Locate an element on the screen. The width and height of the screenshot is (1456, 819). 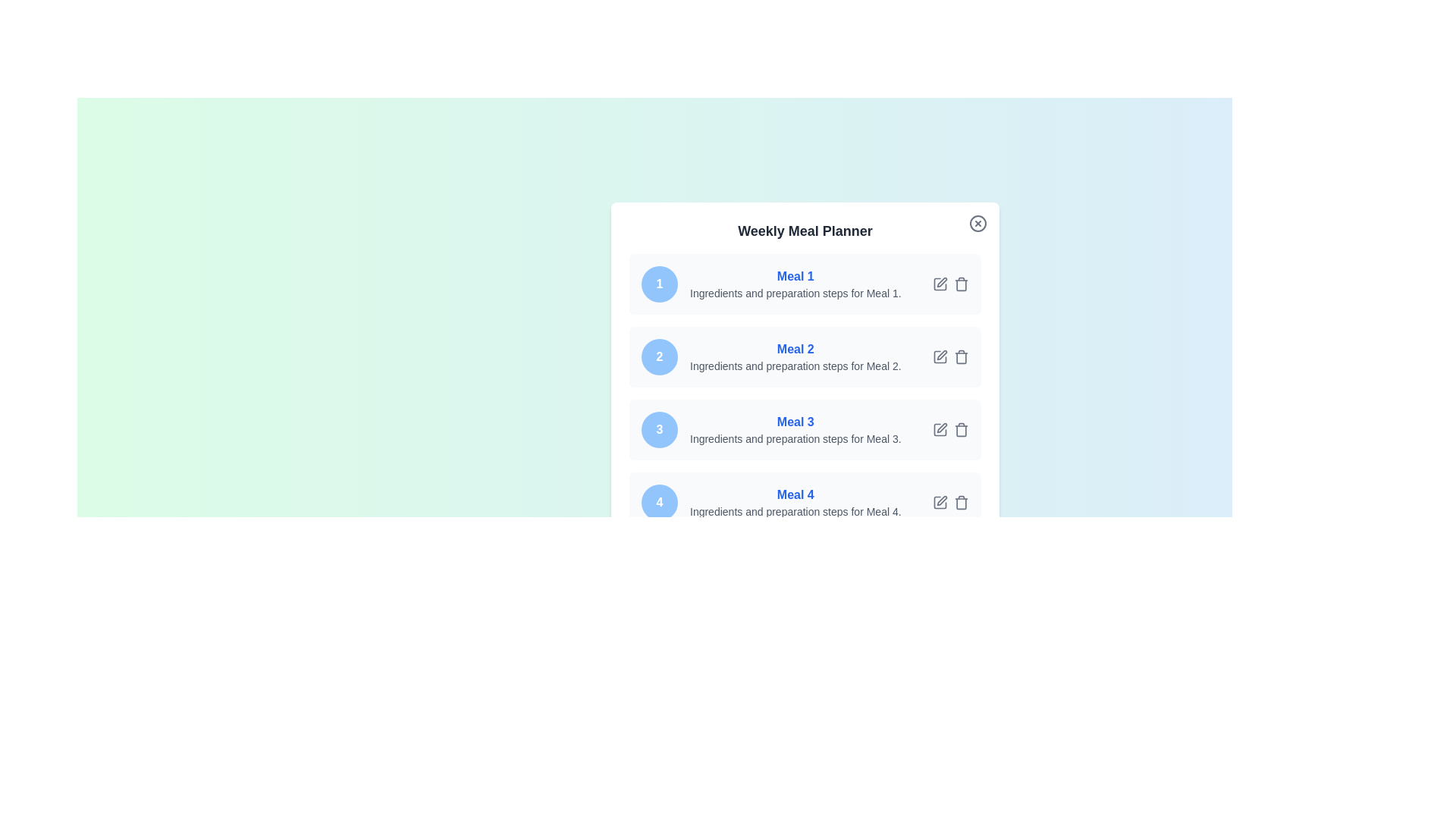
the day indicator for meal 3 is located at coordinates (659, 430).